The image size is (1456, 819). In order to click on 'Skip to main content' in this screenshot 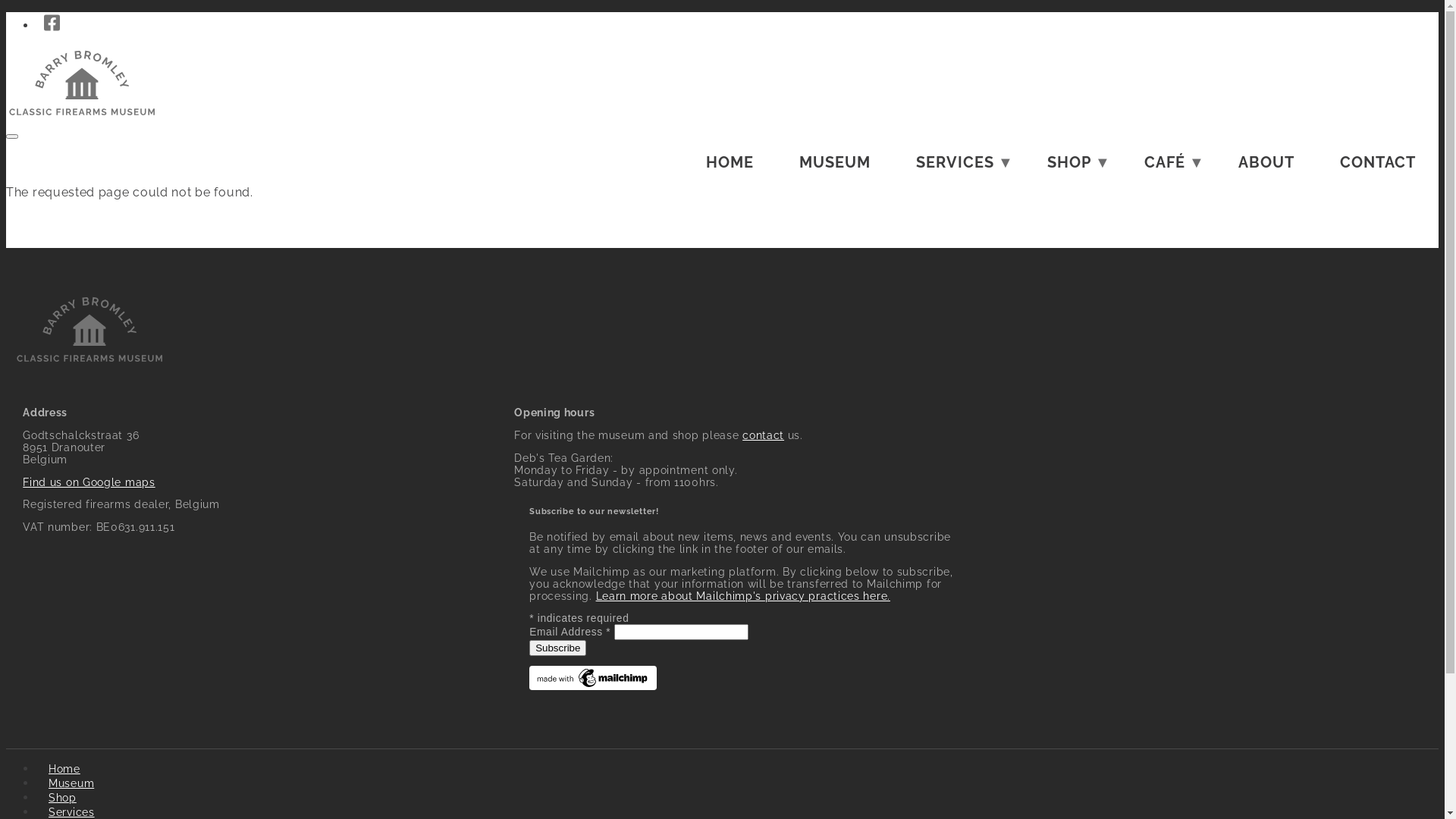, I will do `click(721, 14)`.